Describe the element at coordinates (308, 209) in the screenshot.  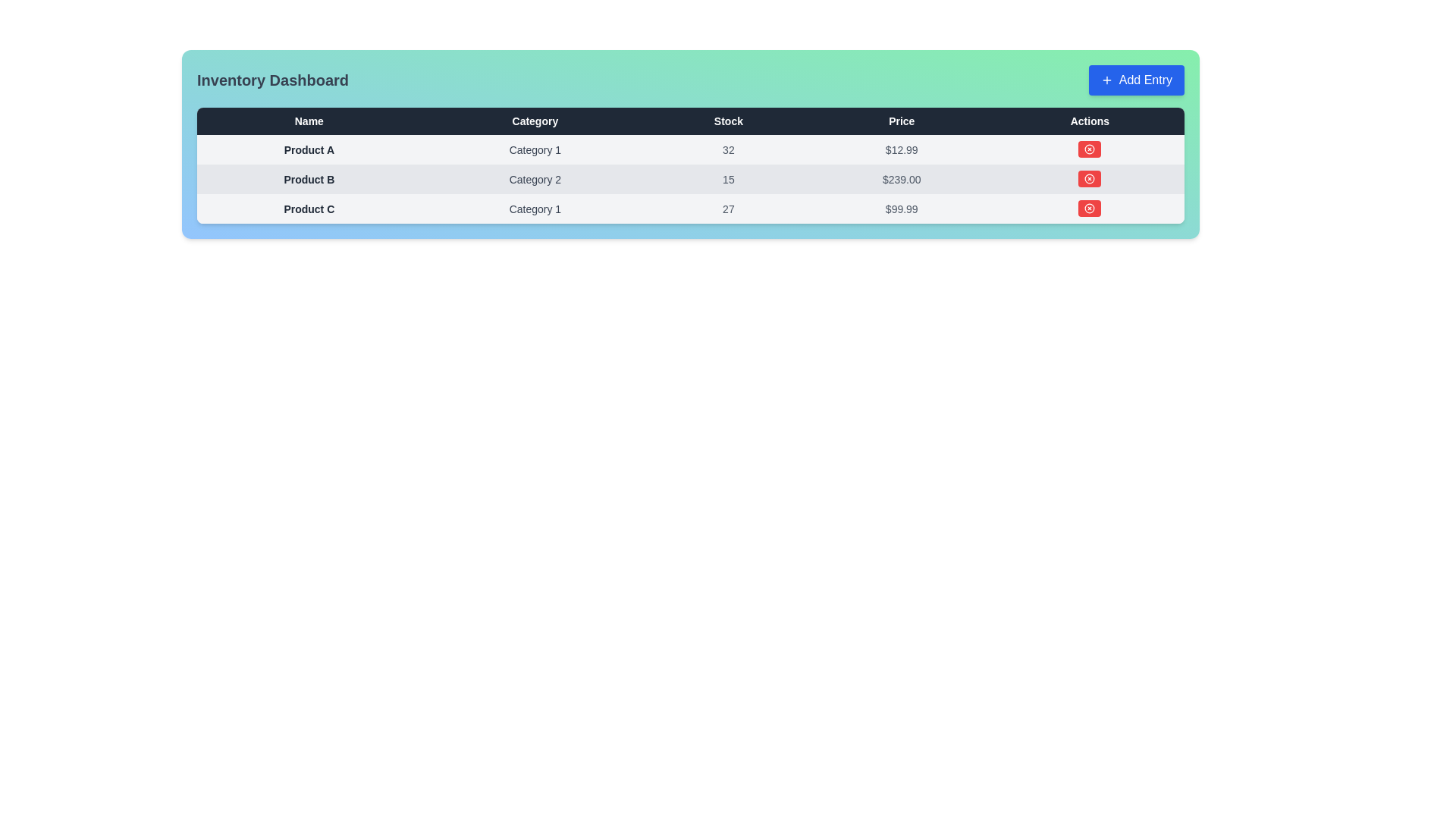
I see `the 'Name' text element in the third row of the inventory dashboard, which displays the product name` at that location.